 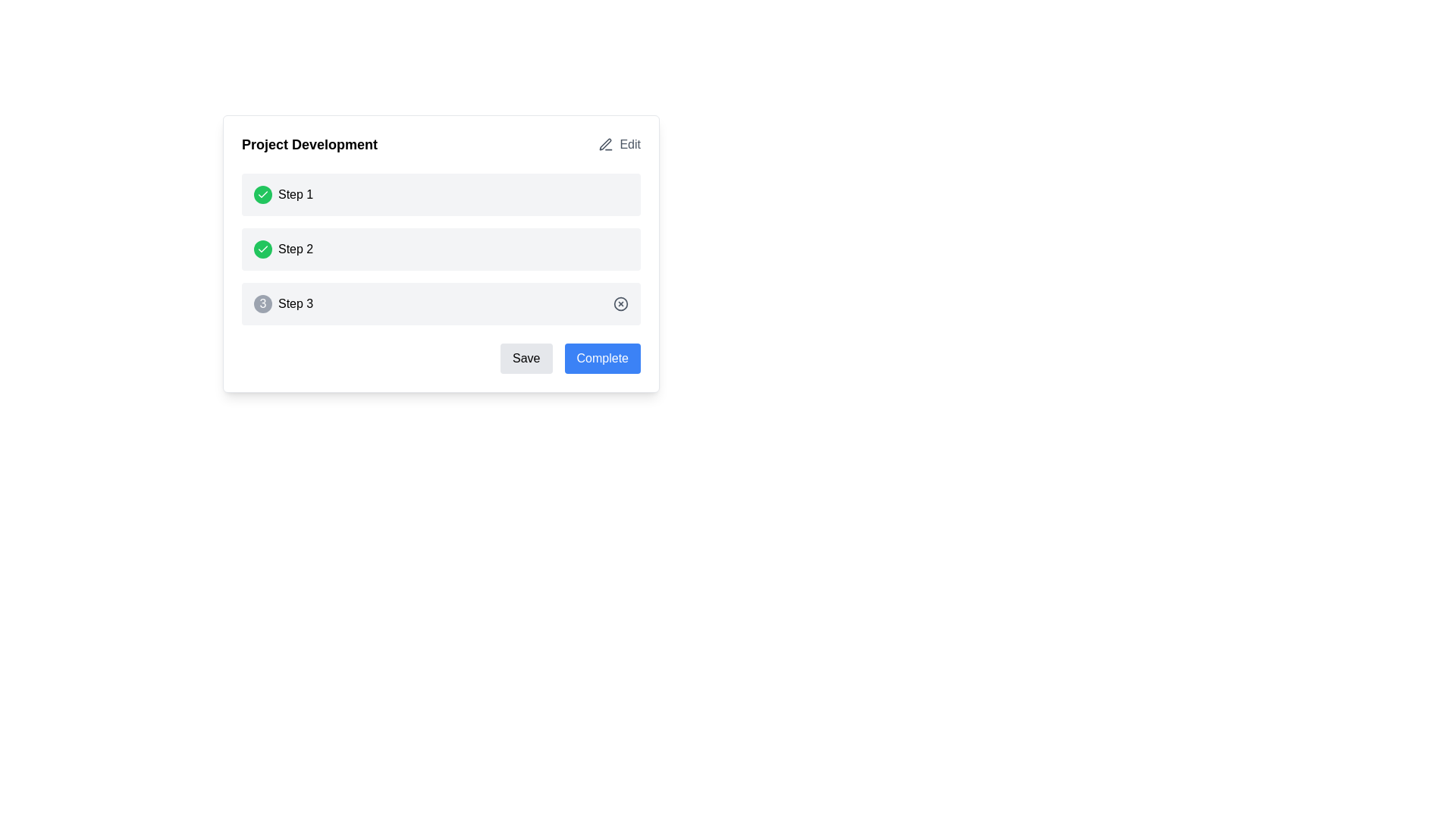 I want to click on the Status indicator icon, which is a small circular element with a green background and a white checkmark, located to the left of 'Step 1', so click(x=262, y=194).